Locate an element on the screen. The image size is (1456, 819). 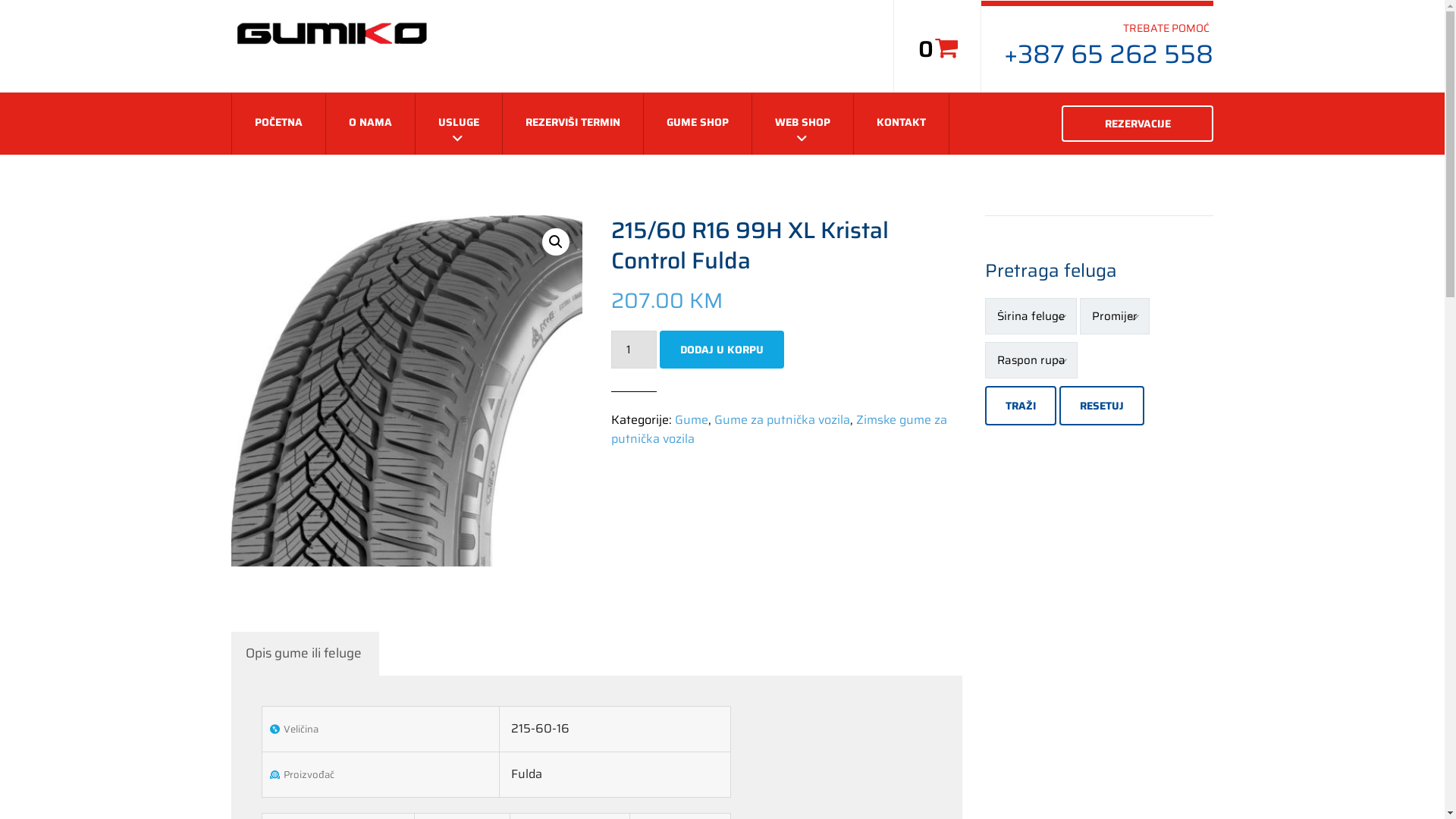
'USLUGE' is located at coordinates (457, 122).